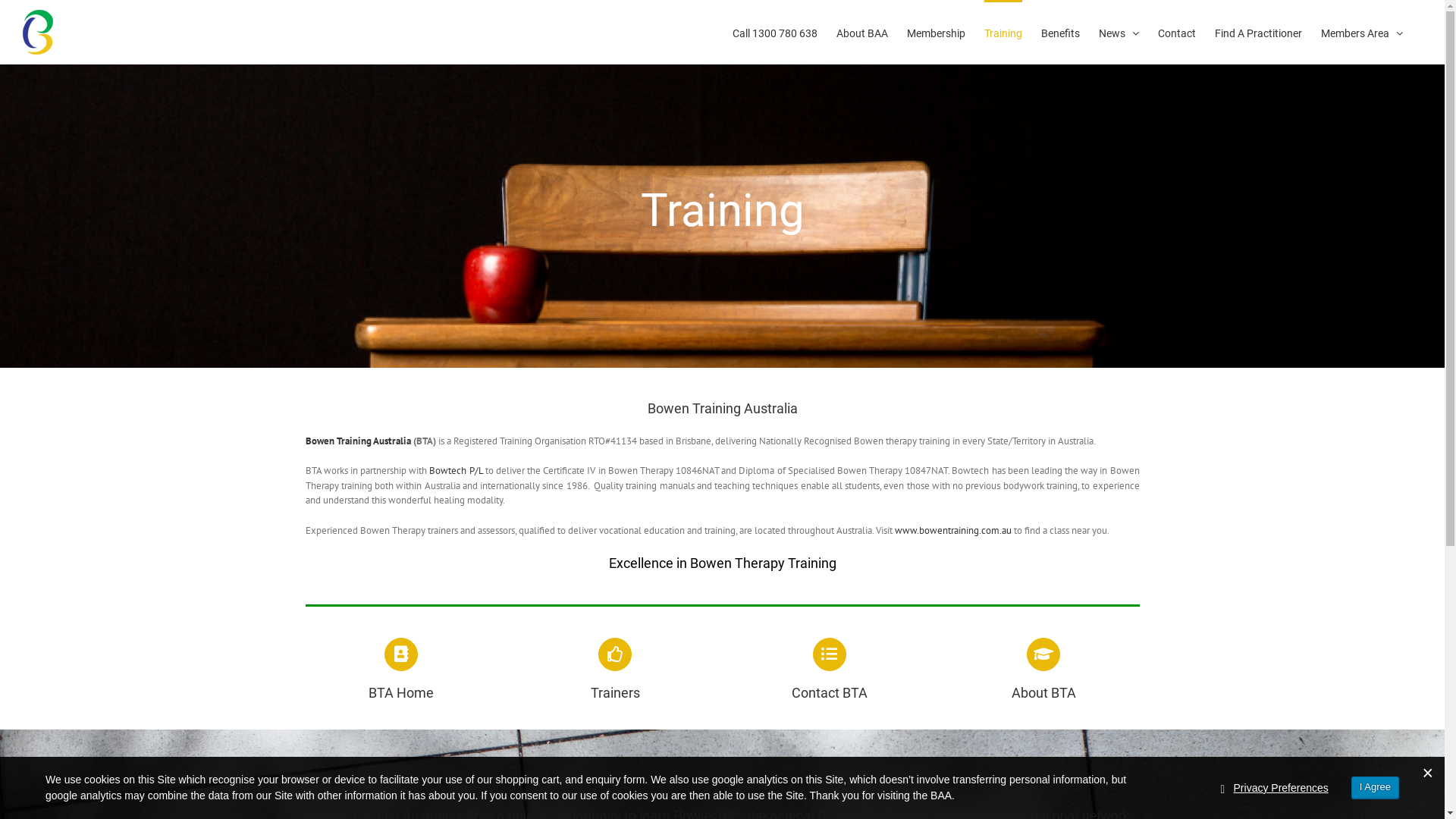 The width and height of the screenshot is (1456, 819). I want to click on 'www.bowentraining.com.au', so click(895, 529).